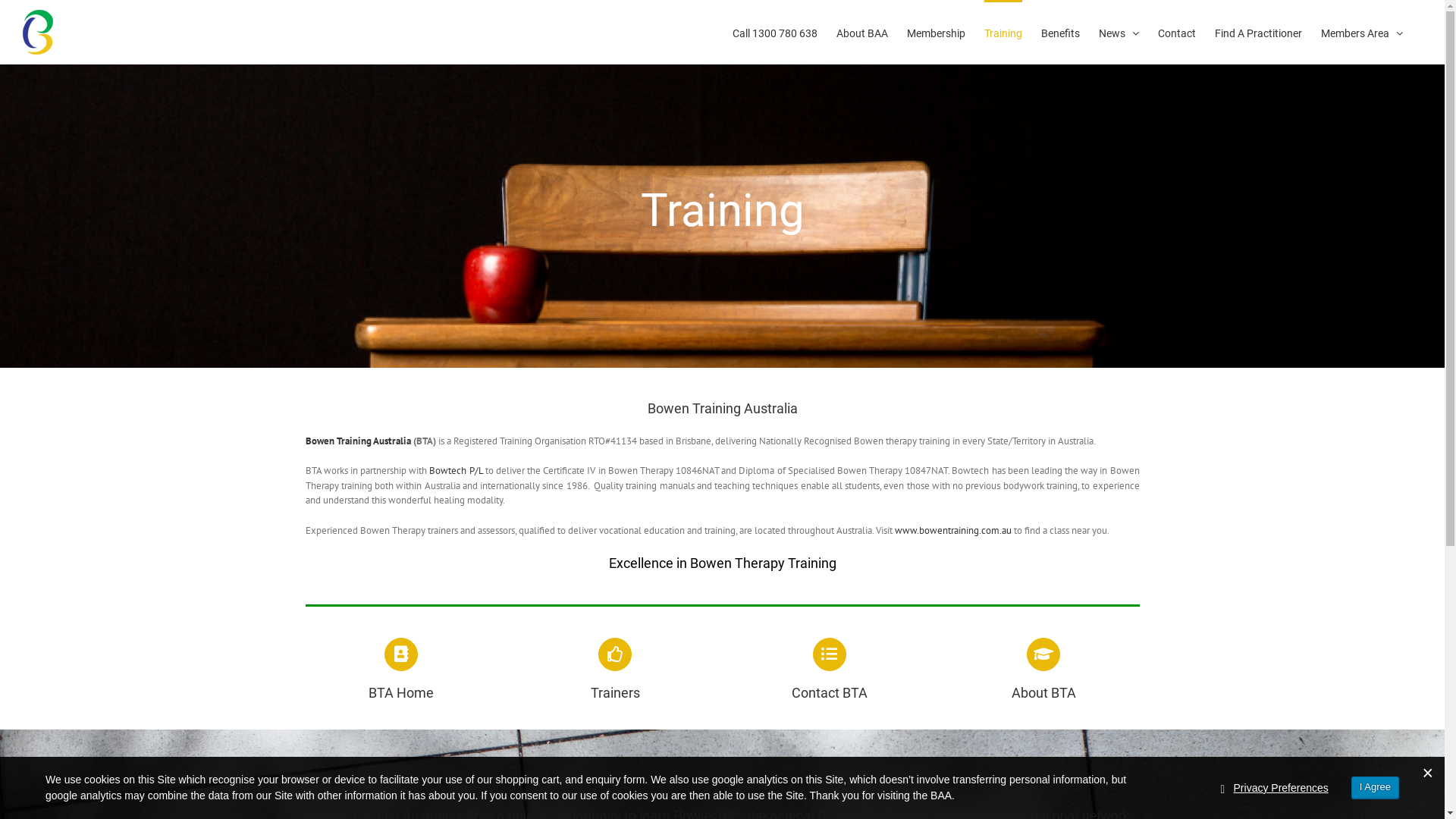 The width and height of the screenshot is (1456, 819). I want to click on 'www.bowentraining.com.au', so click(895, 529).